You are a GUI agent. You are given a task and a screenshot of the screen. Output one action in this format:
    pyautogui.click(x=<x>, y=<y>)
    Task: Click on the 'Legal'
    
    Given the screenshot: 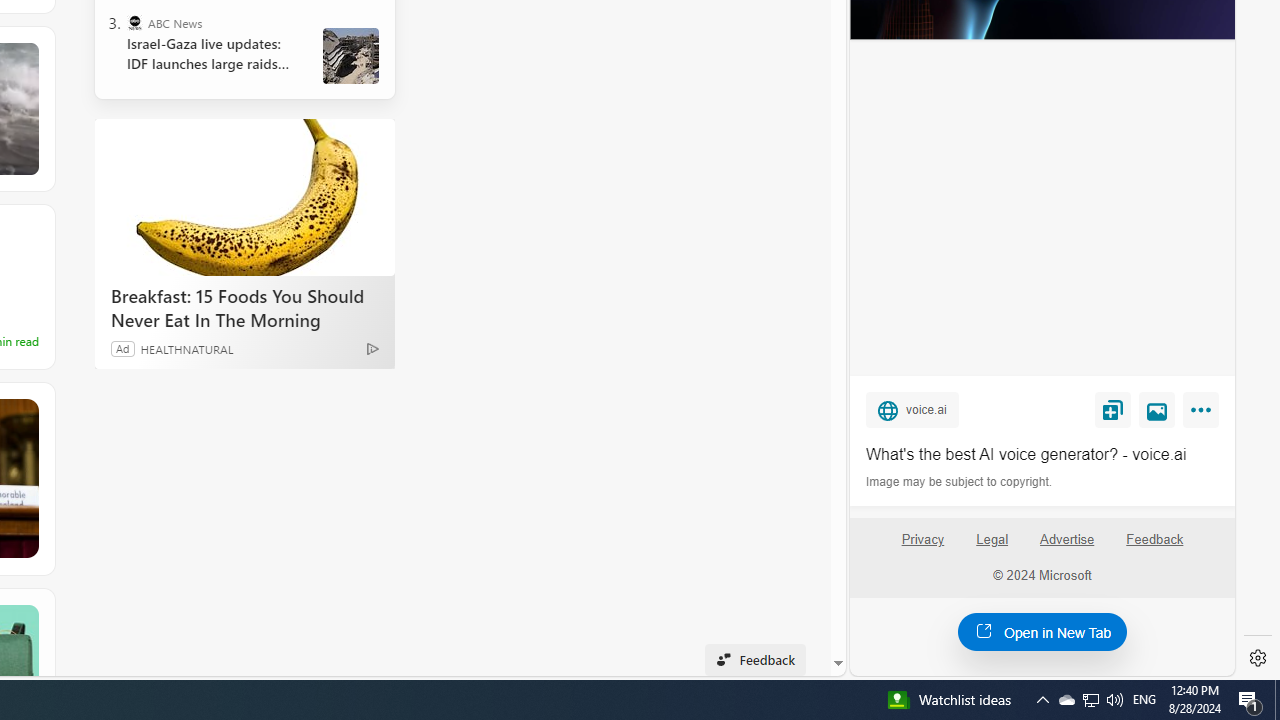 What is the action you would take?
    pyautogui.click(x=992, y=538)
    